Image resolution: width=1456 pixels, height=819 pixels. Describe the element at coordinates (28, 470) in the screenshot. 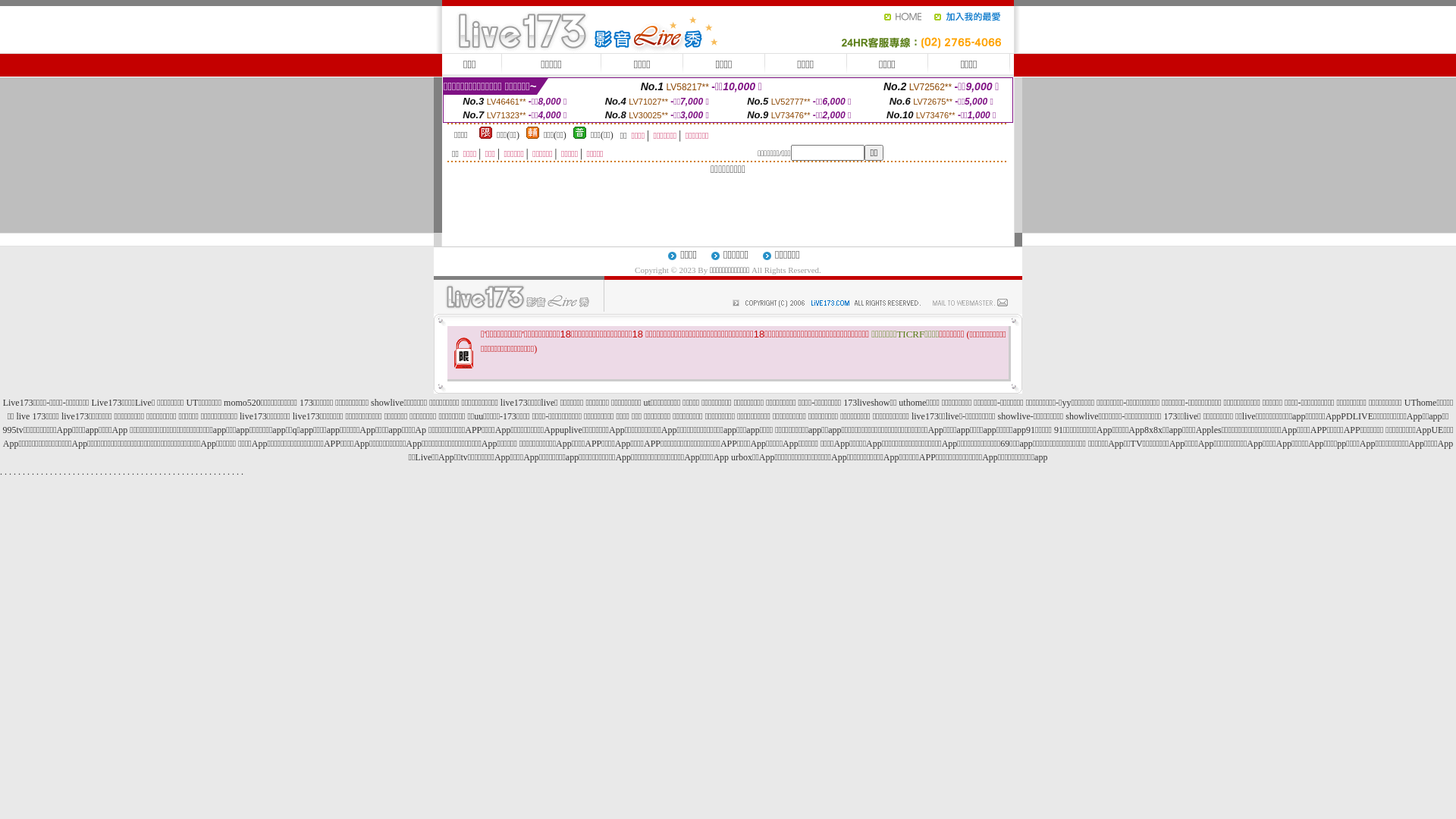

I see `'.'` at that location.